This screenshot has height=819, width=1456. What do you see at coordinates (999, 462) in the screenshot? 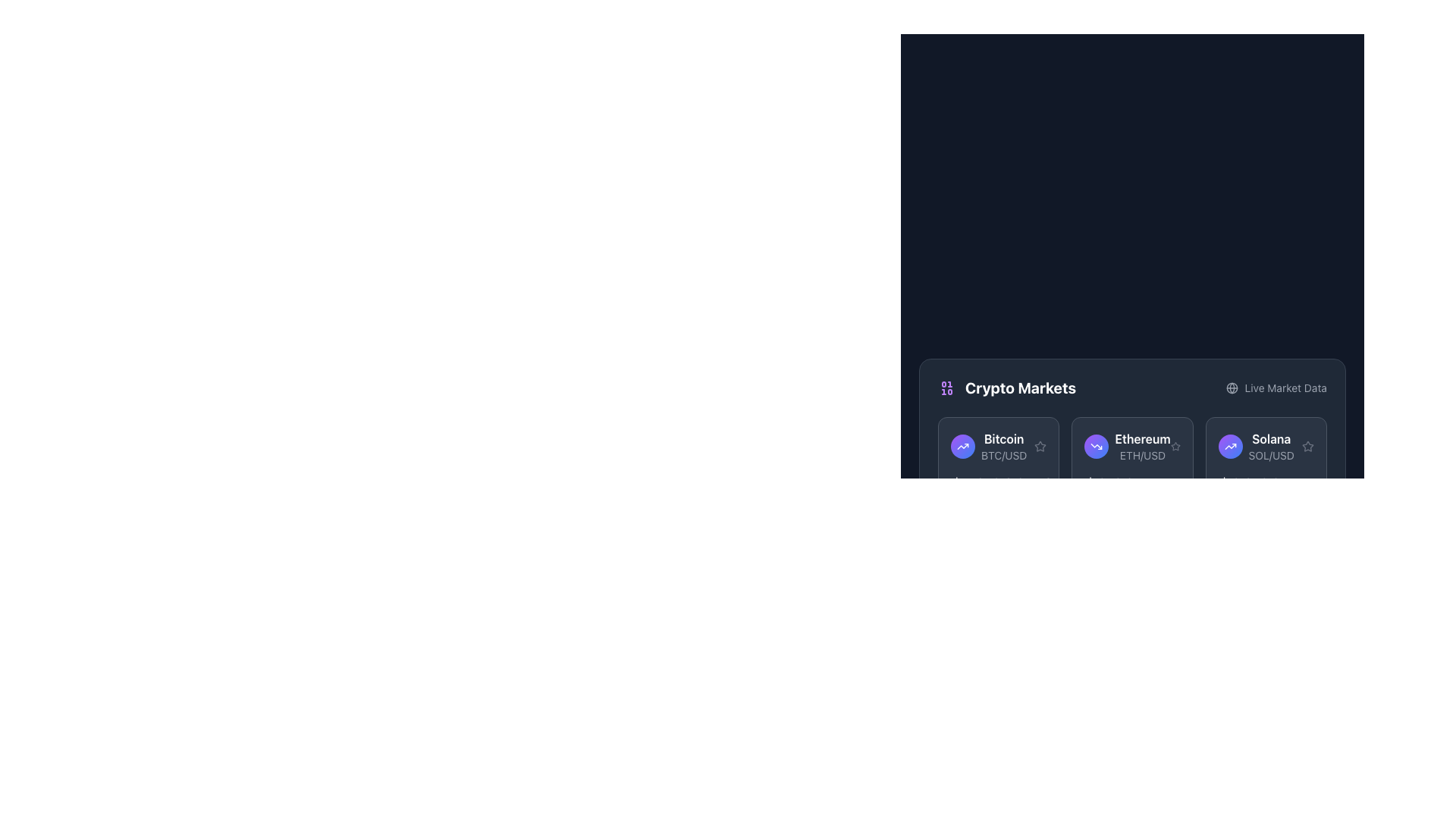
I see `the Bitcoin Card Component in the Crypto Markets section` at bounding box center [999, 462].